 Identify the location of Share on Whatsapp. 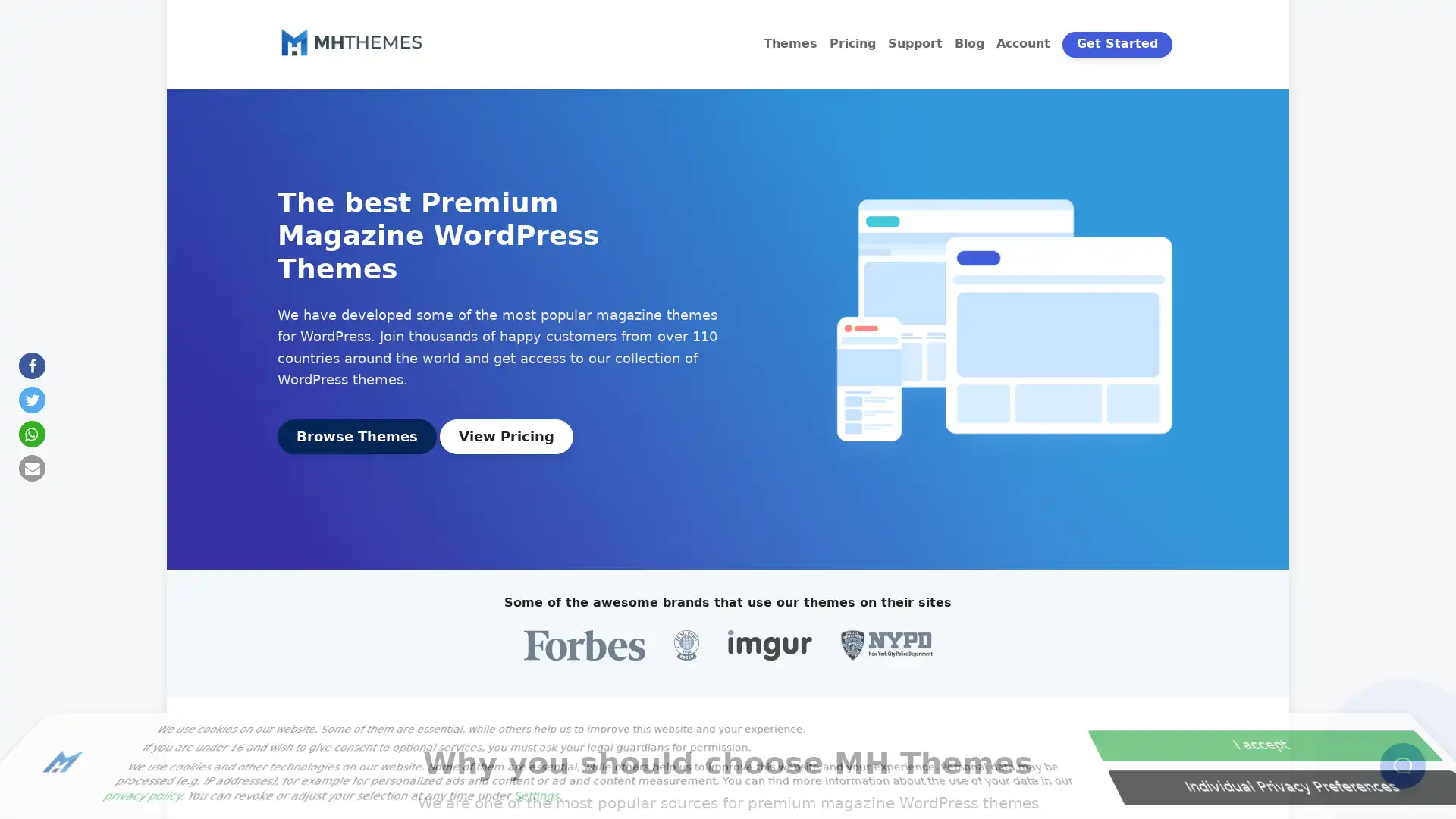
(32, 434).